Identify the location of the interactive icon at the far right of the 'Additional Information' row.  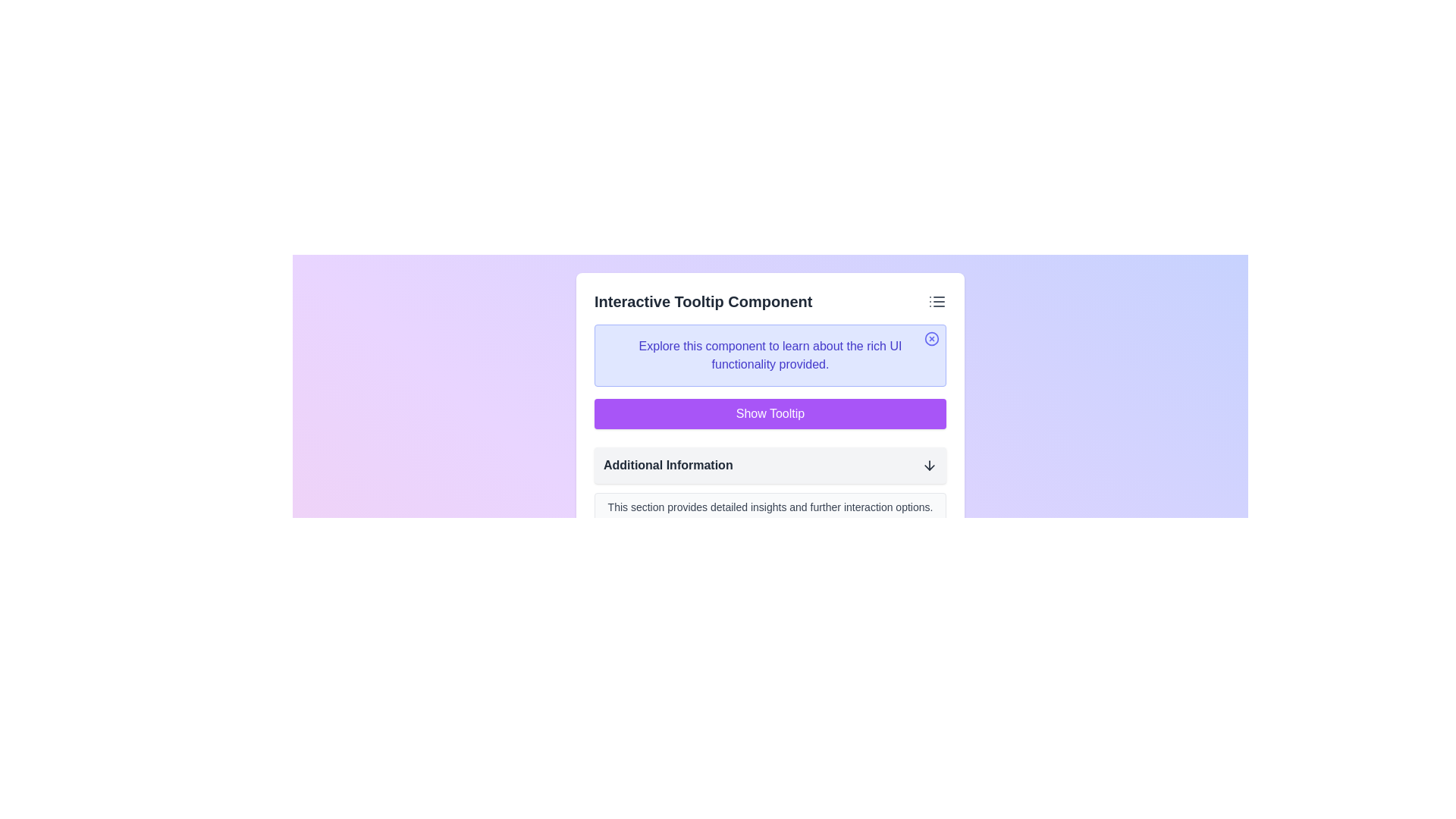
(928, 464).